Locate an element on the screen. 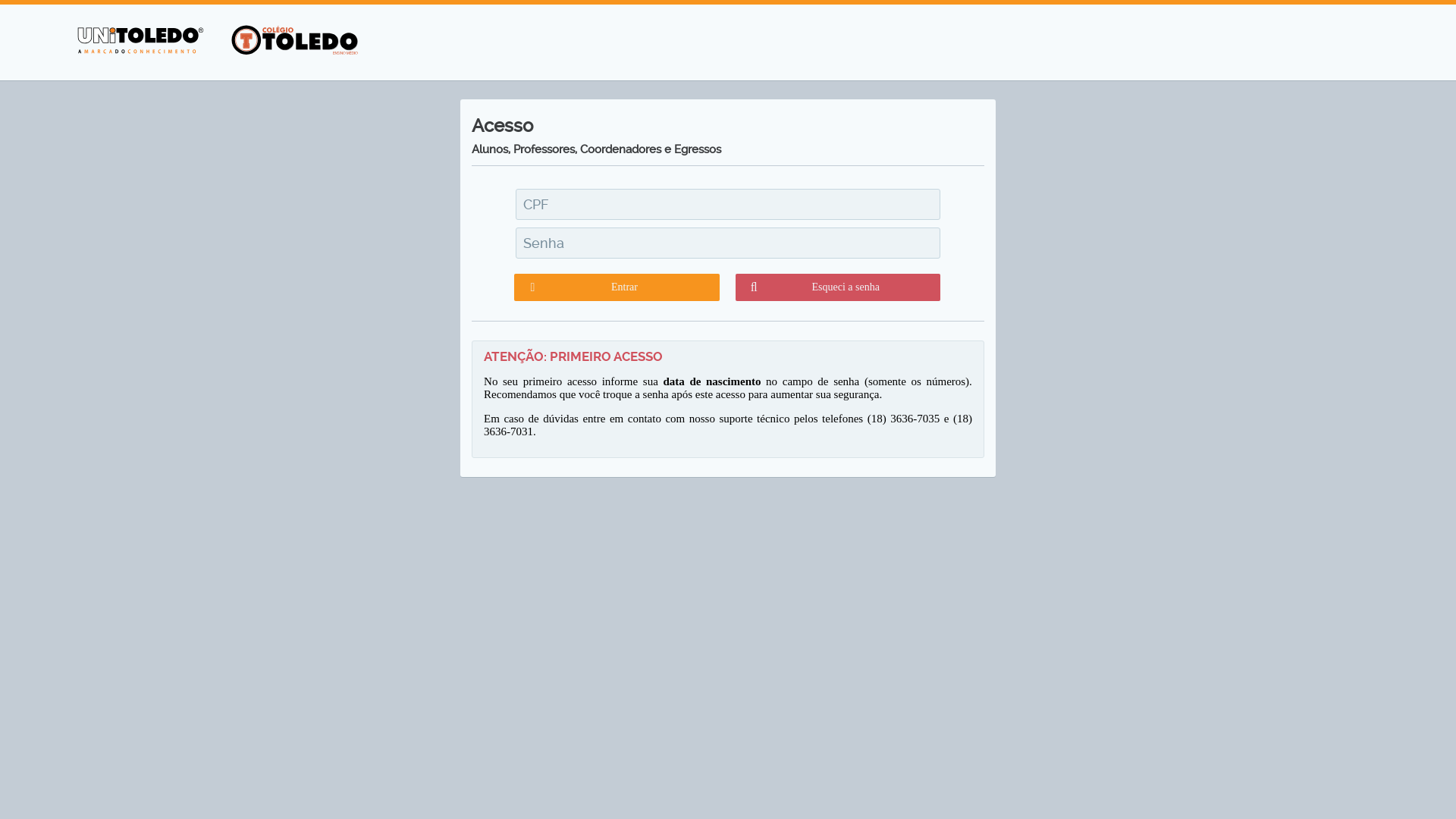 The height and width of the screenshot is (819, 1456). 'Entrar' is located at coordinates (616, 287).